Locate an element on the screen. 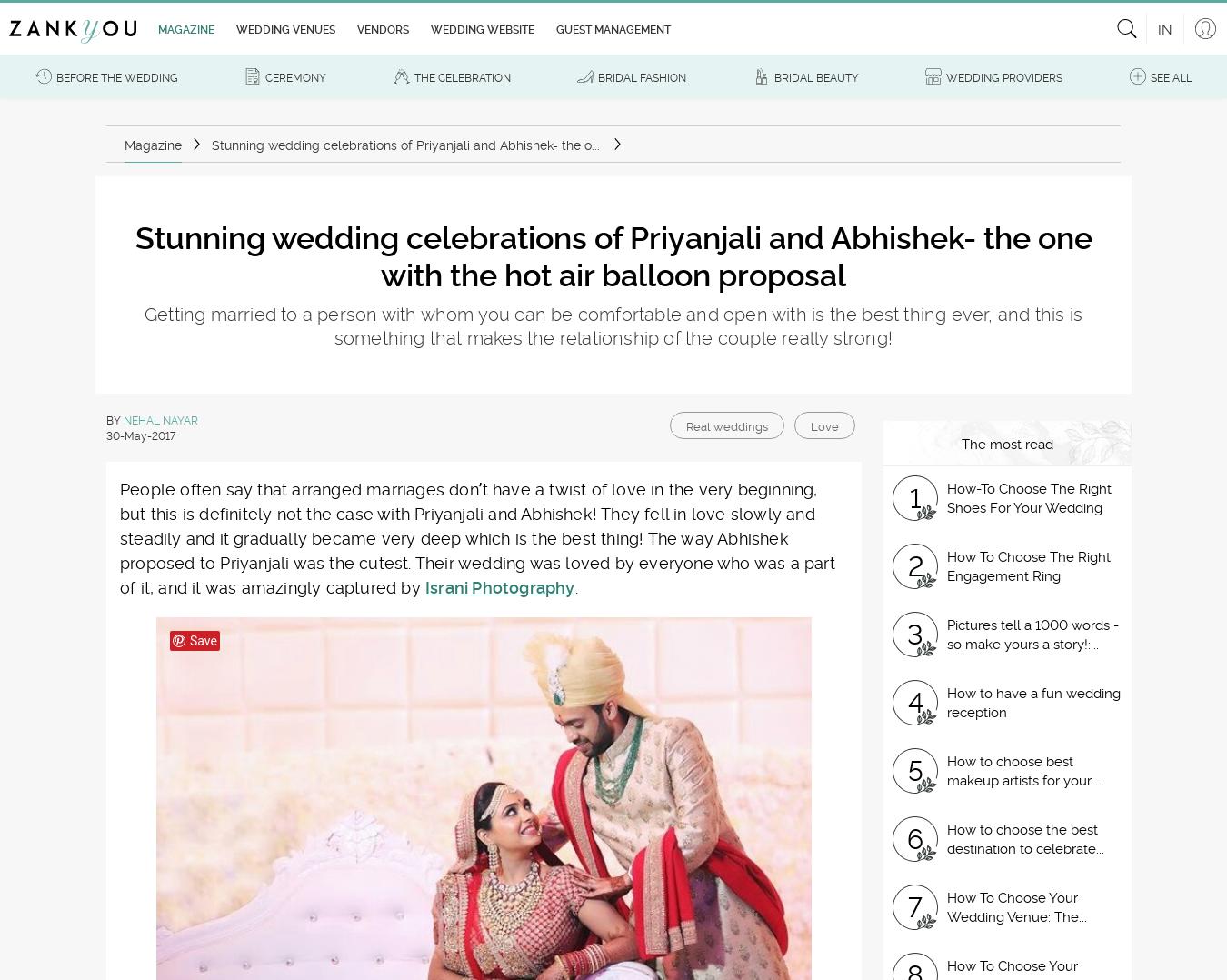 The width and height of the screenshot is (1227, 980). 'Plz change the event company link Dhawal H Oza Director DreamZ Events N Ideas EVENTS | ARTISTS | WEDDINGS |BIRTHDAYS 148/152,1st Floor,Room No 30 - 31, Mor Bhuvan Bldg, Opp. Cotton Exchange, Behind Kotak Mahindra Bank, Kalbadevi Road, Mumbai - 400 002. Direct : +91 22 40226660 Board : +91 22 22414926 Fax : +91 22 22428091 Cell : +91 9821010150 Email : dhawal@dreamzevents.com Web : http://www.dreamzevents.com Thank for a gr8 article.' is located at coordinates (502, 356).